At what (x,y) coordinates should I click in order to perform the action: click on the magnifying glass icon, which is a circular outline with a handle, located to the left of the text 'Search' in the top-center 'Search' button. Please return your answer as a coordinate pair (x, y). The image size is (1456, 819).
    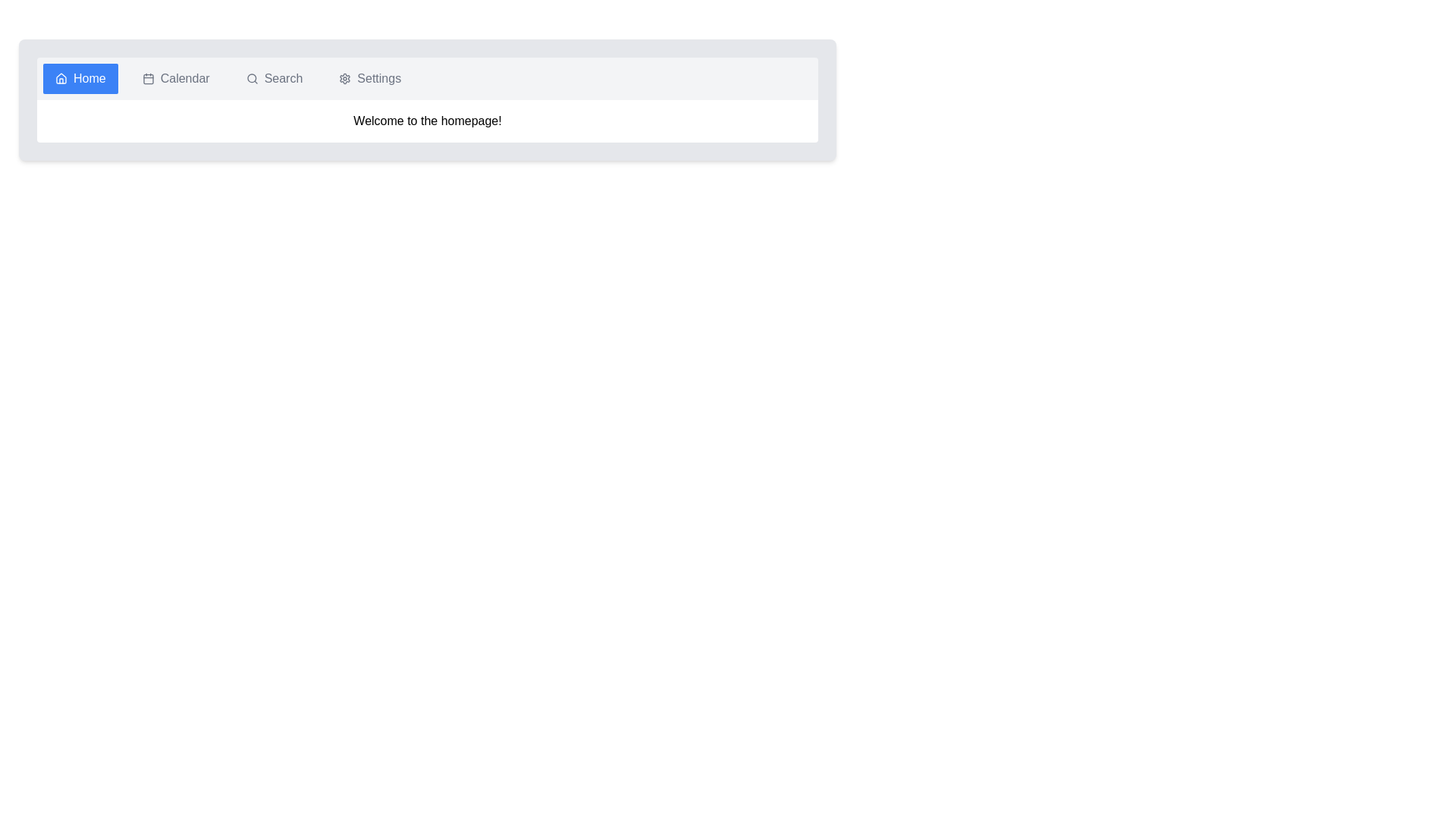
    Looking at the image, I should click on (252, 79).